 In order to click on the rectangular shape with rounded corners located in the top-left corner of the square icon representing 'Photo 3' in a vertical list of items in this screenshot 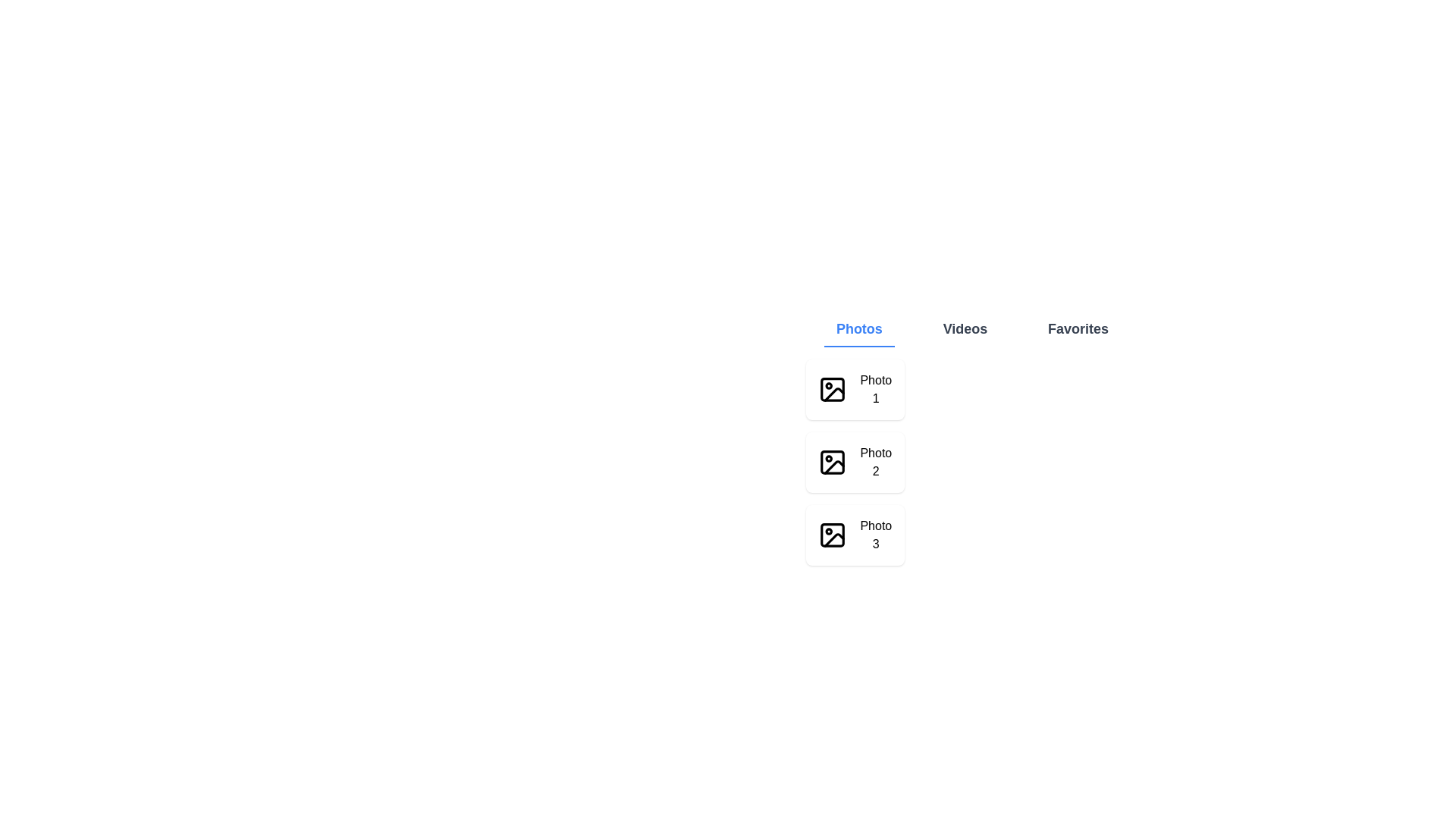, I will do `click(832, 534)`.